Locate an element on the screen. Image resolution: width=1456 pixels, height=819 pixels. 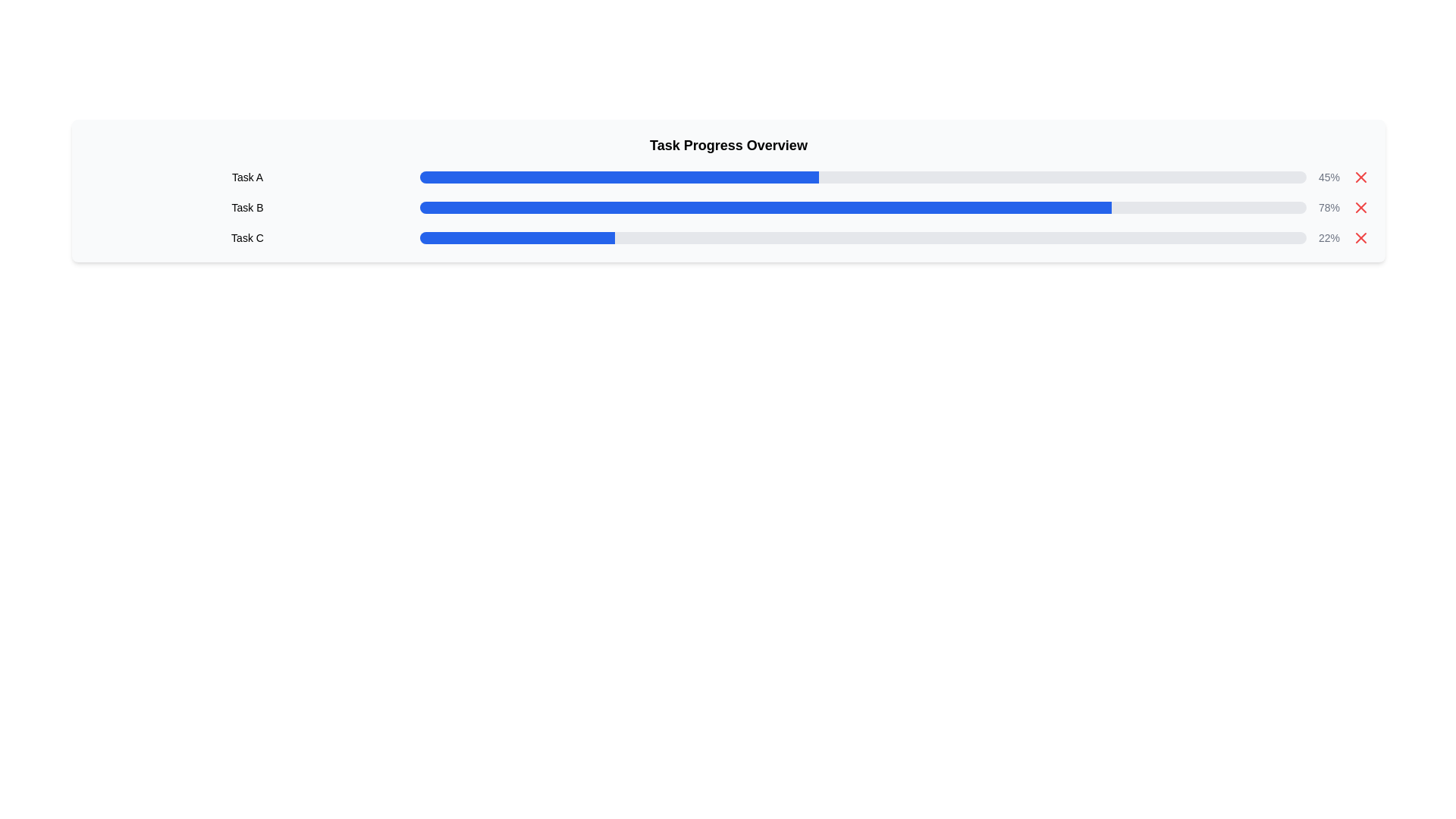
the Progress Indicator located in the middle progress bar of the vertically stacked series under the 'Task Progress Overview' heading is located at coordinates (765, 207).